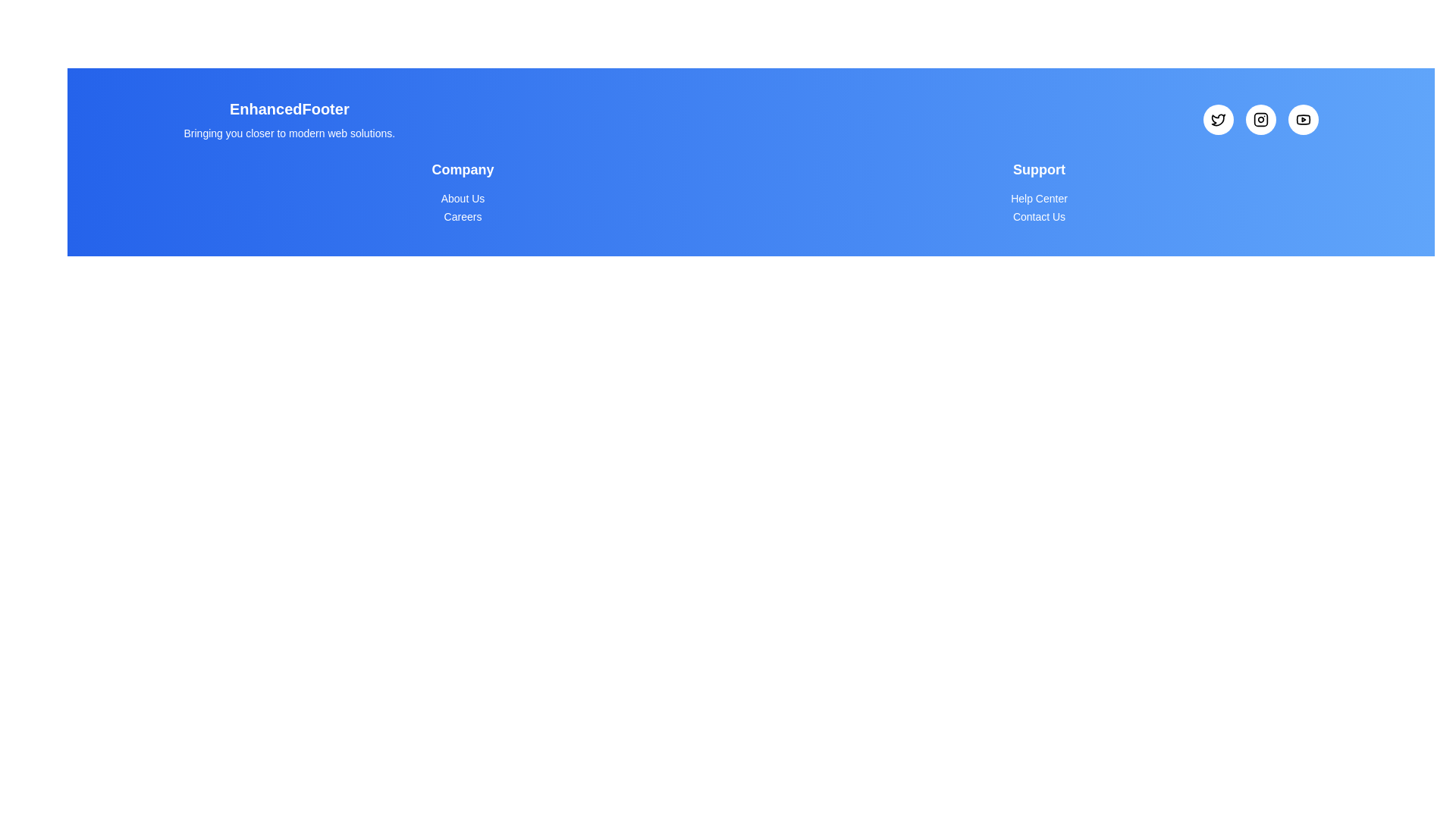  Describe the element at coordinates (1218, 119) in the screenshot. I see `the first circular button in the blue footer section that directs users to a Twitter page to trigger visual feedback` at that location.